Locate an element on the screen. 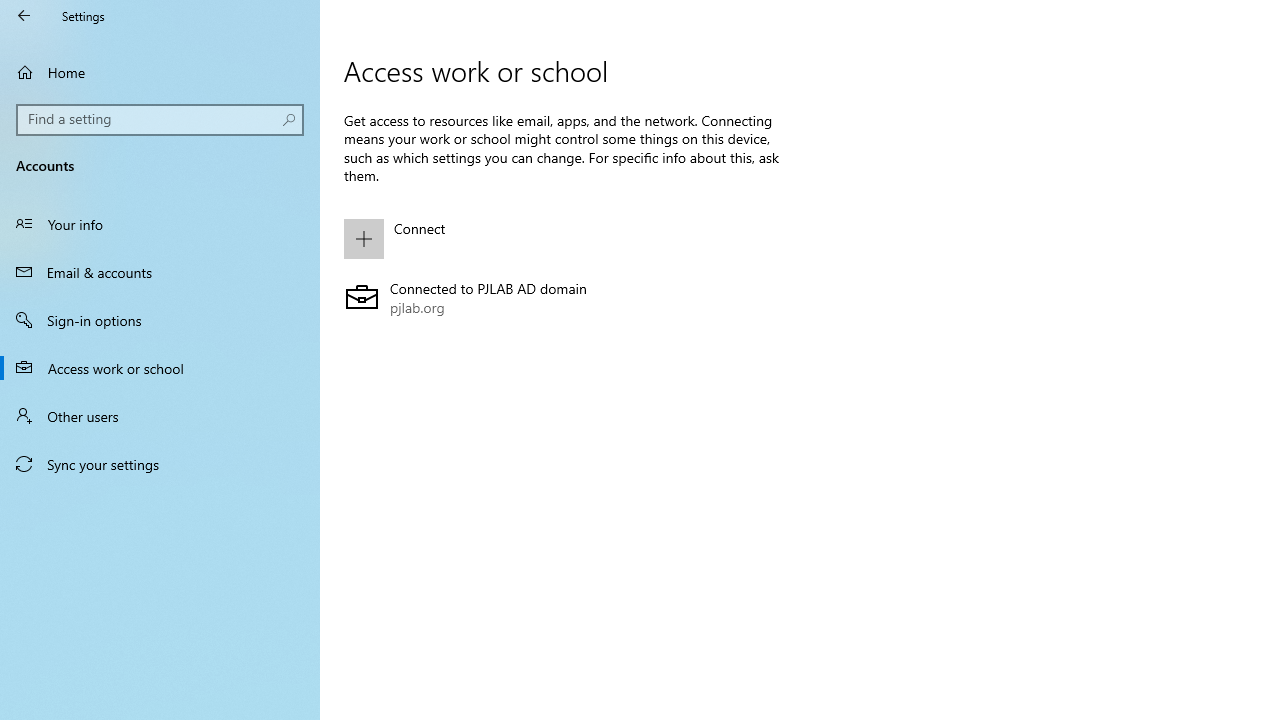 The image size is (1280, 720). 'Sync your settings' is located at coordinates (160, 464).